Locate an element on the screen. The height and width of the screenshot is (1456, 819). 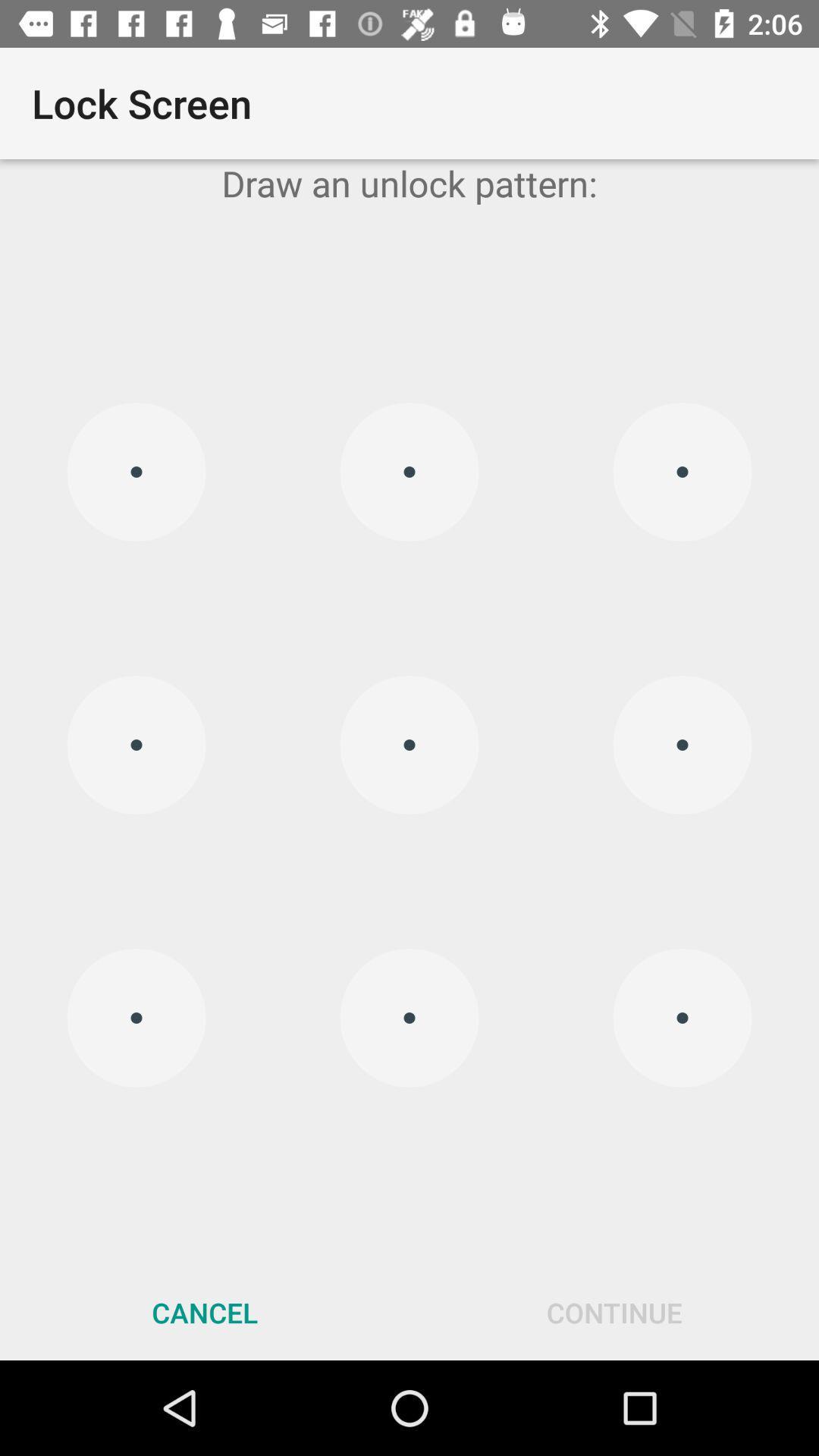
the cancel item is located at coordinates (205, 1312).